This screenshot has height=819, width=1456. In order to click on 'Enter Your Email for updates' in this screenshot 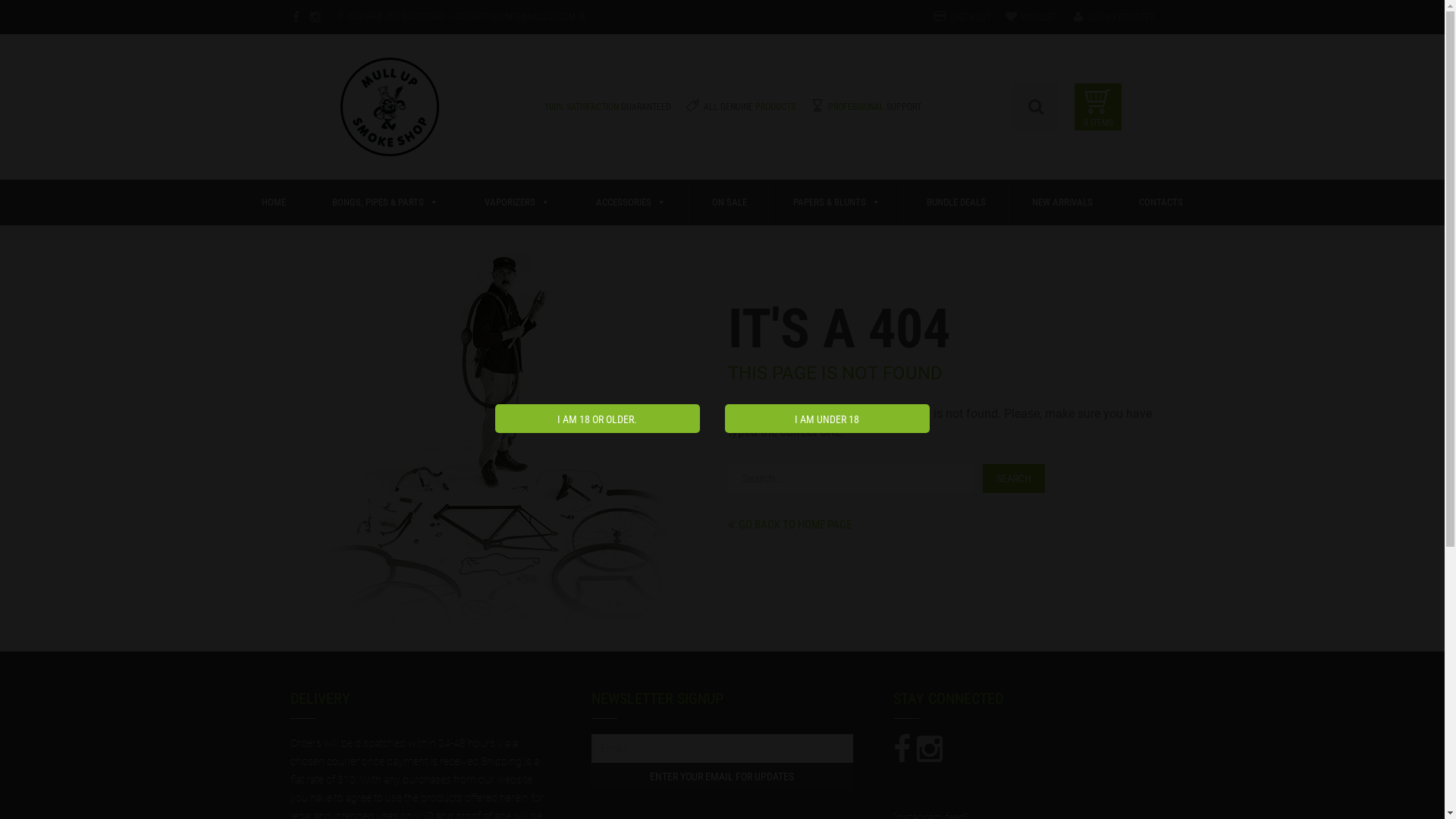, I will do `click(720, 776)`.